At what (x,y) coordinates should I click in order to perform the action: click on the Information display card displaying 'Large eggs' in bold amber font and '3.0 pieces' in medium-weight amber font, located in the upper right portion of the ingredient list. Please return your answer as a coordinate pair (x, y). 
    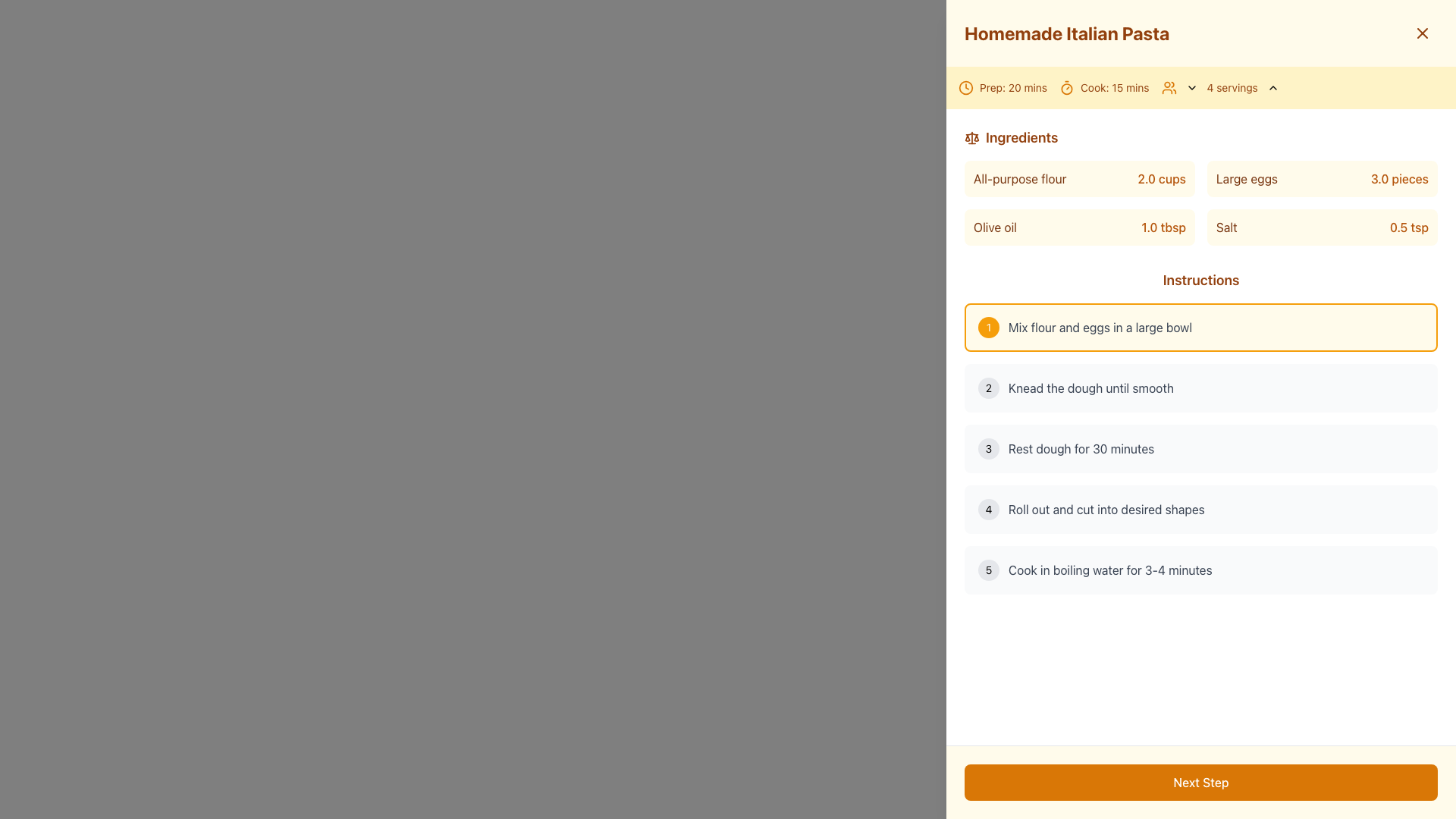
    Looking at the image, I should click on (1321, 177).